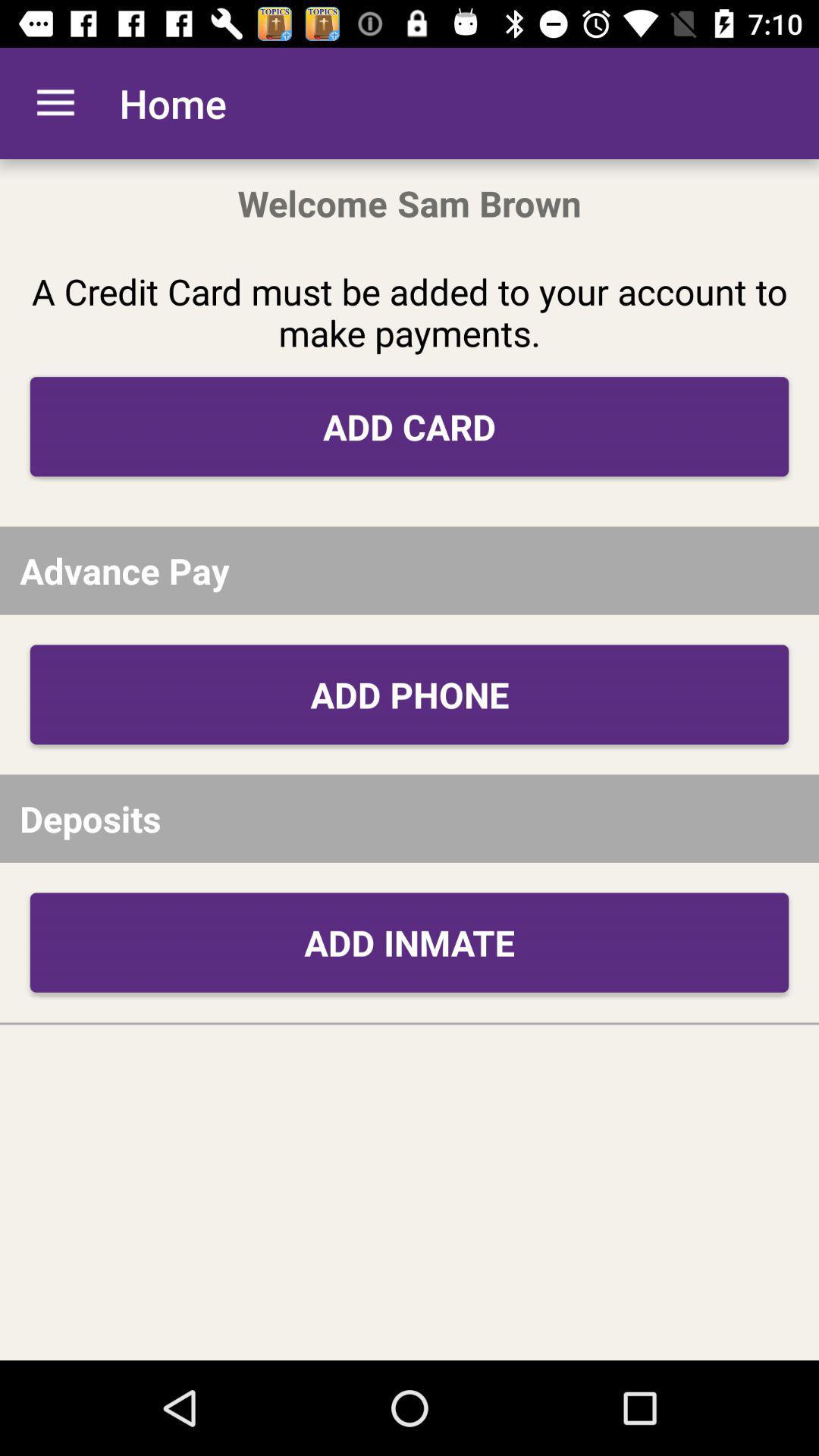 This screenshot has width=819, height=1456. I want to click on the icon above the a credit card, so click(55, 102).